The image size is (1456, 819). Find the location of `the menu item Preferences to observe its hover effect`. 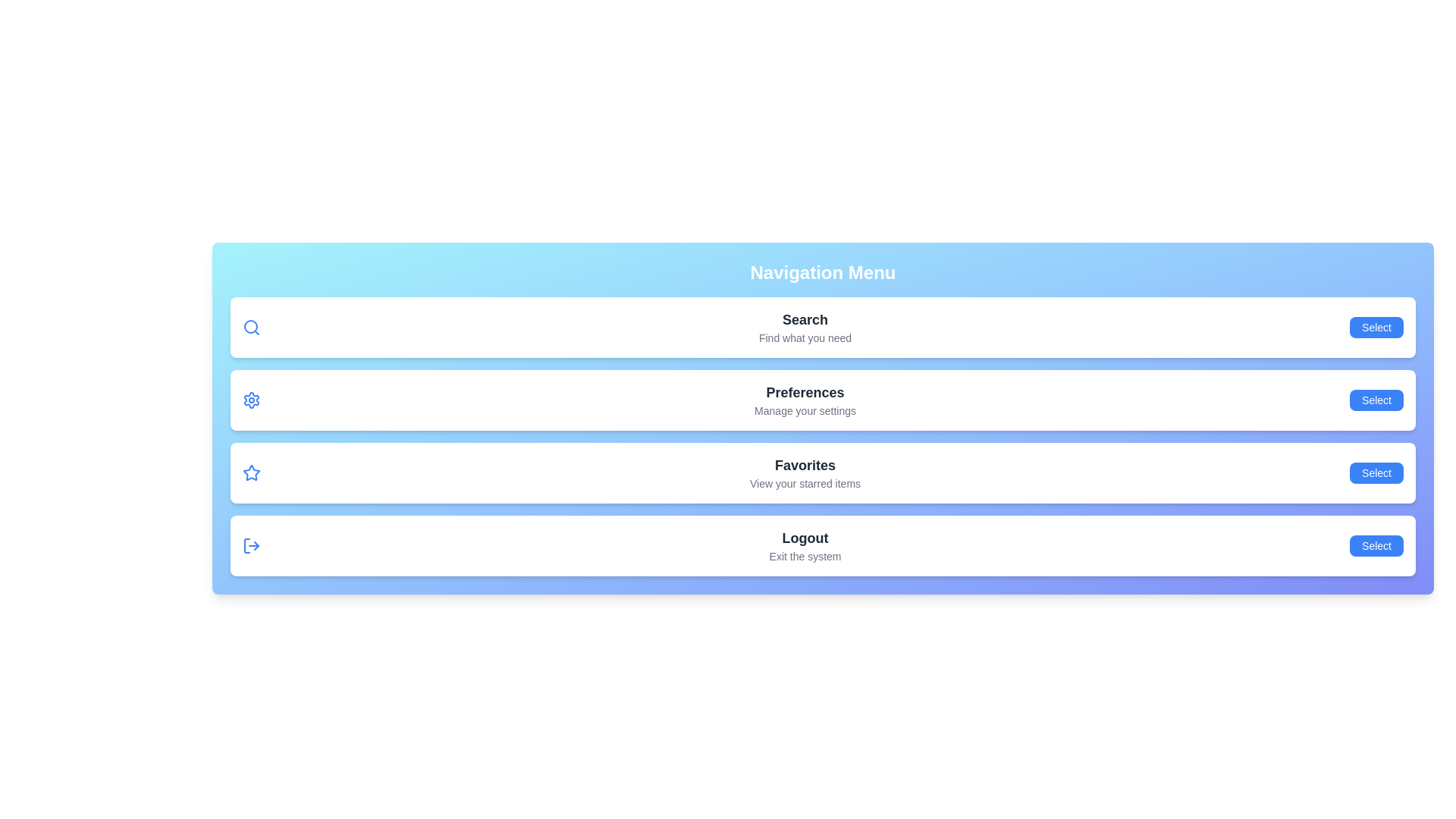

the menu item Preferences to observe its hover effect is located at coordinates (822, 400).